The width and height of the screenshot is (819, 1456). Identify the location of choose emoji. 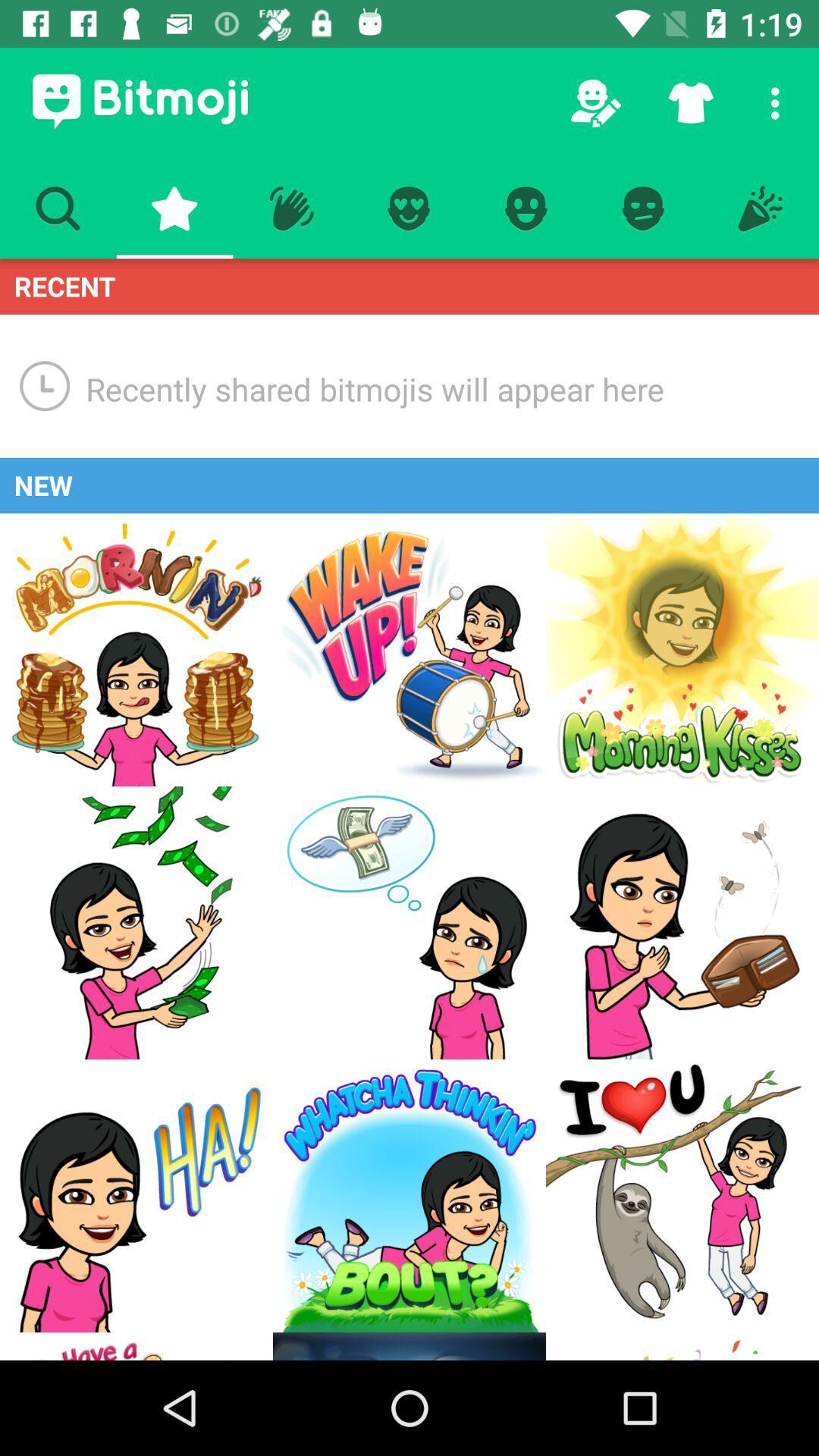
(136, 1346).